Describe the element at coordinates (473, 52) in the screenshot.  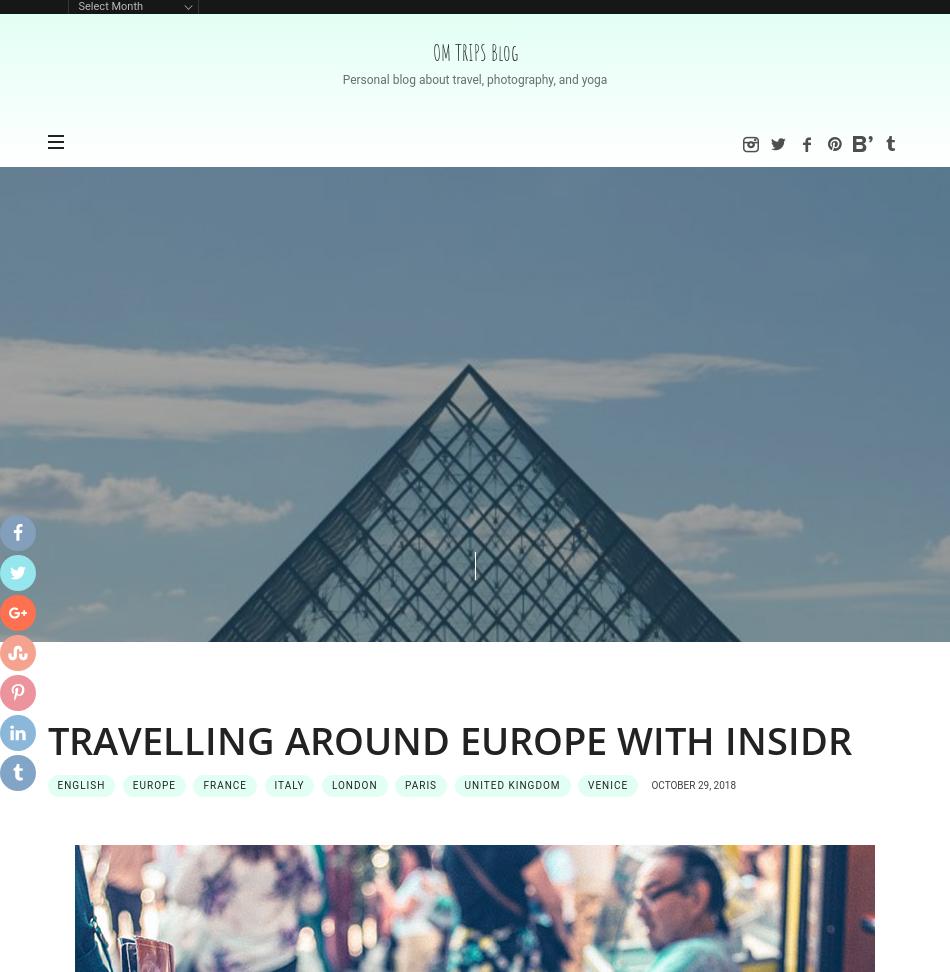
I see `'OM TRIPS Blog'` at that location.